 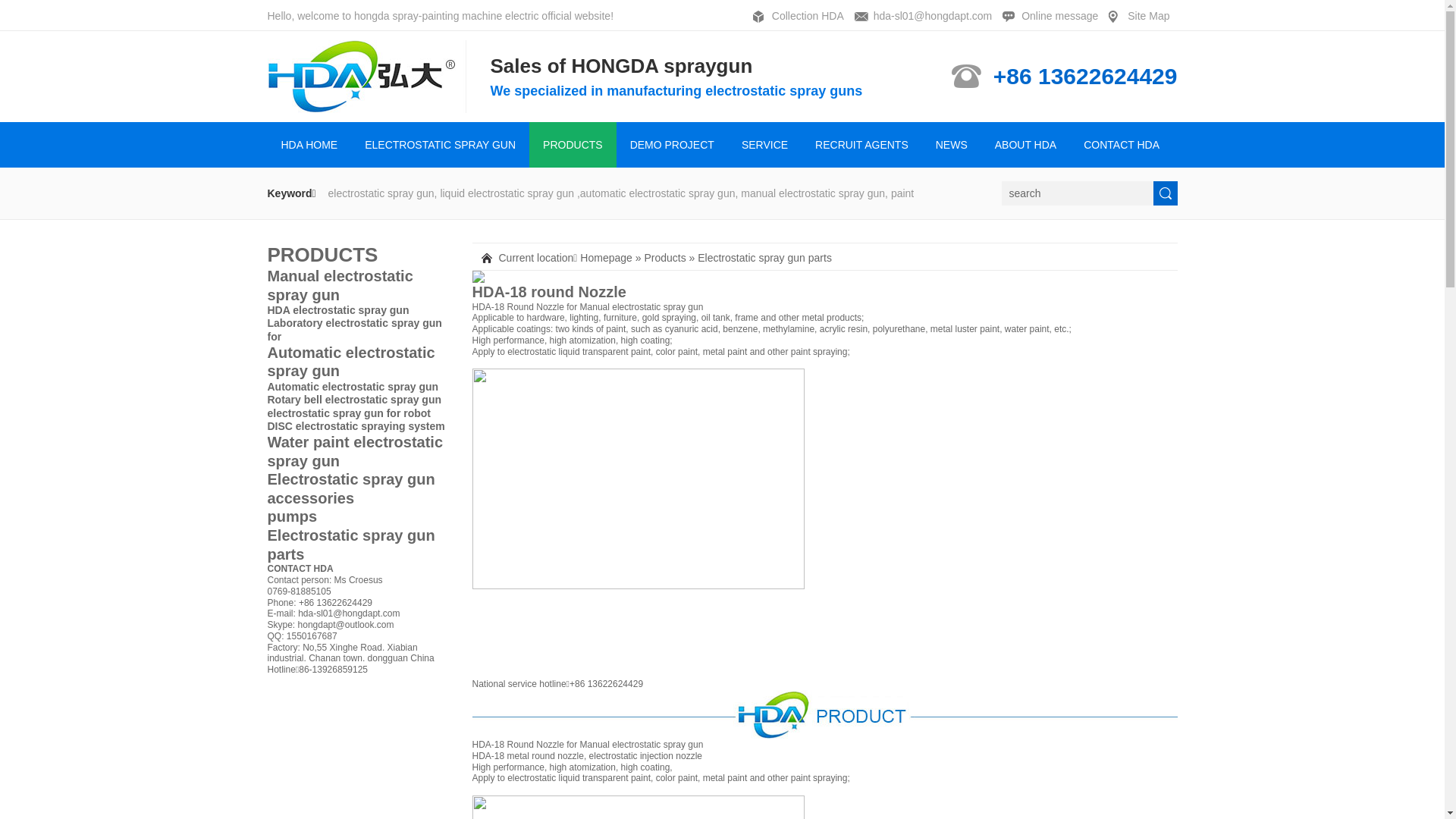 I want to click on 'DEMO PROJECT', so click(x=671, y=145).